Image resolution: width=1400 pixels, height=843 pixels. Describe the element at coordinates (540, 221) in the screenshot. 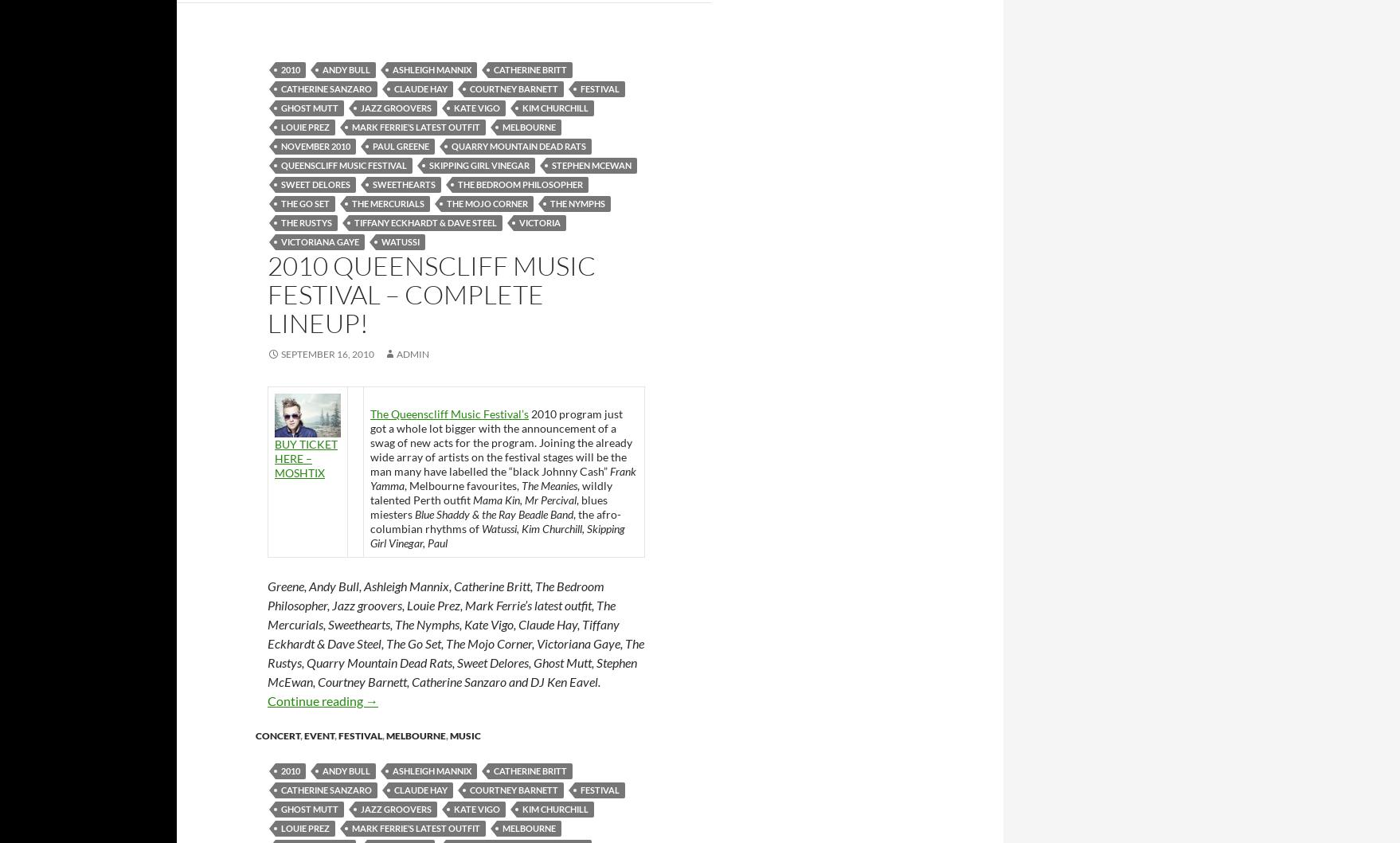

I see `'victoria'` at that location.